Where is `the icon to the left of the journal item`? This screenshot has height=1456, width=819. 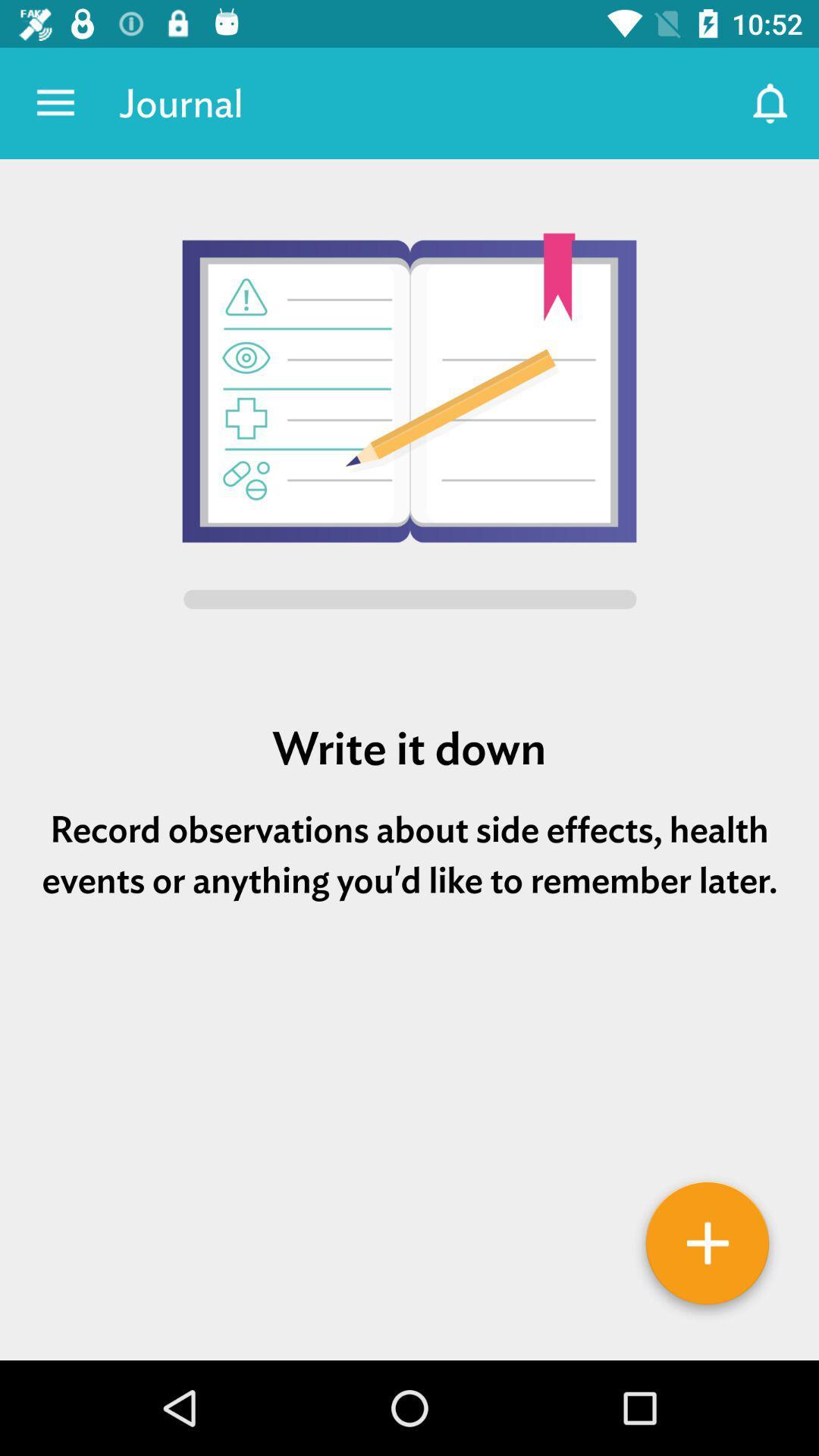 the icon to the left of the journal item is located at coordinates (55, 102).